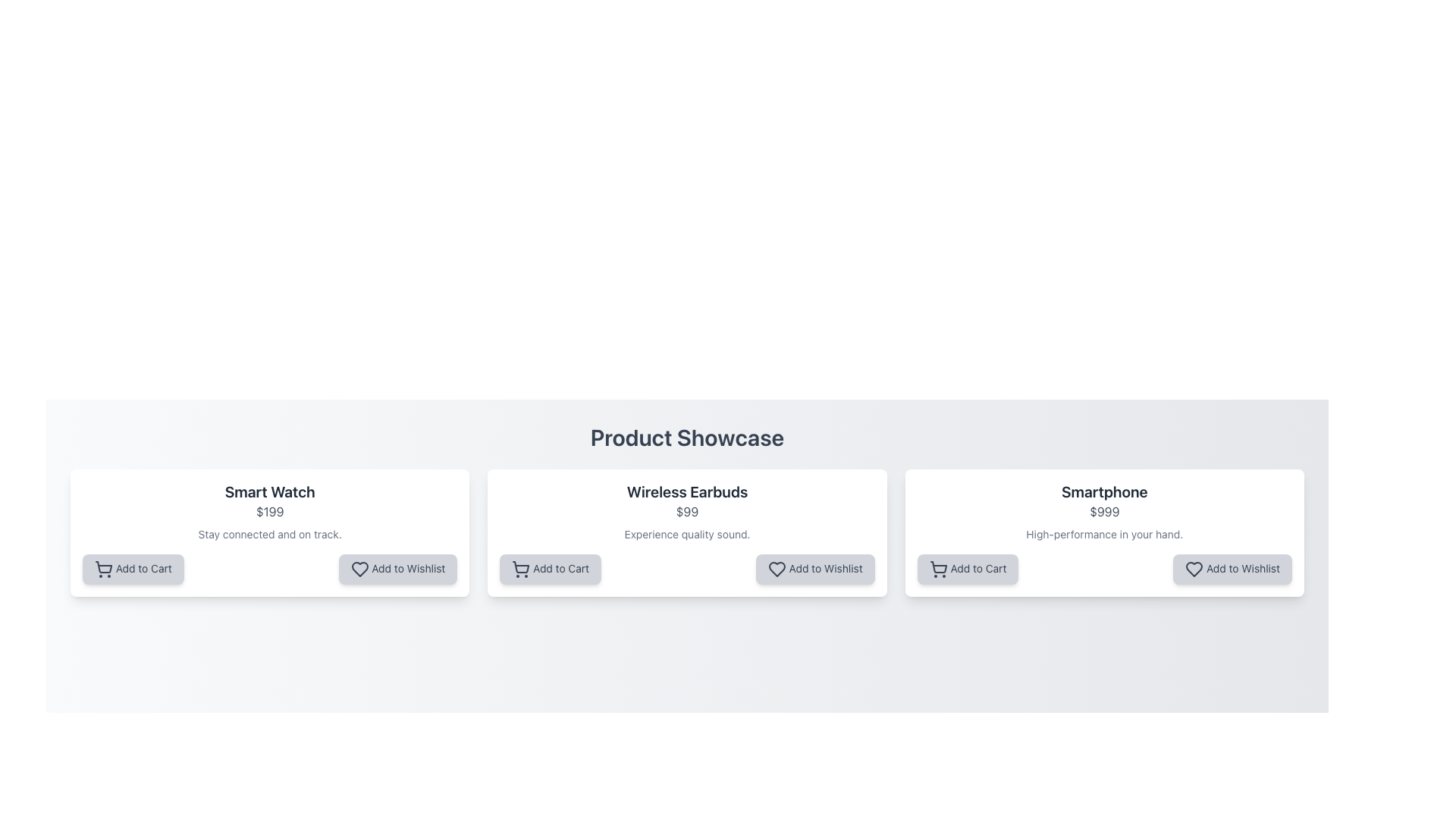  Describe the element at coordinates (1104, 534) in the screenshot. I see `text label that displays 'High-performance in your hand.' located in the card section for a Smartphone, positioned beneath the price tag and above the action buttons` at that location.